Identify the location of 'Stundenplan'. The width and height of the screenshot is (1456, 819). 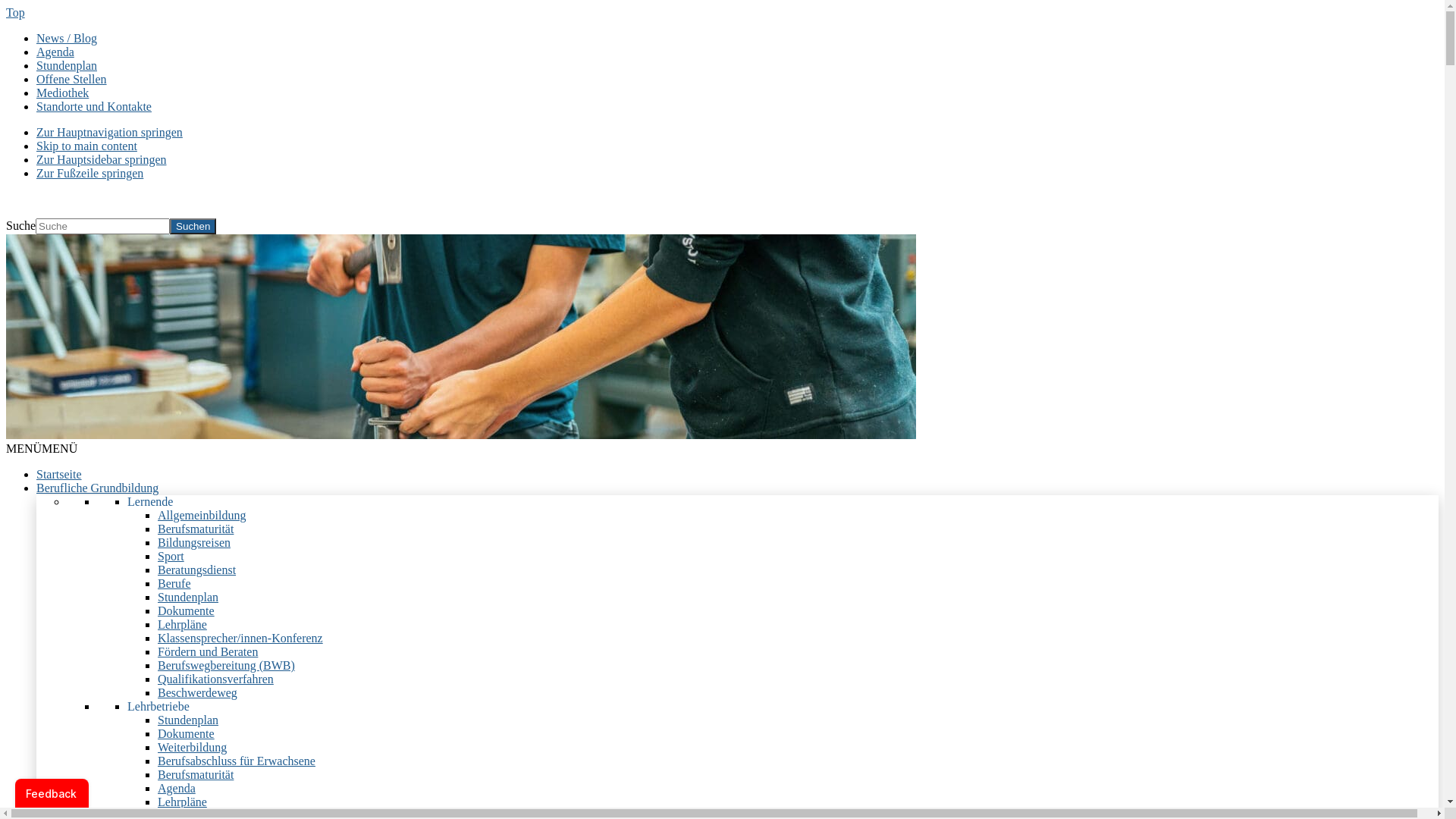
(187, 719).